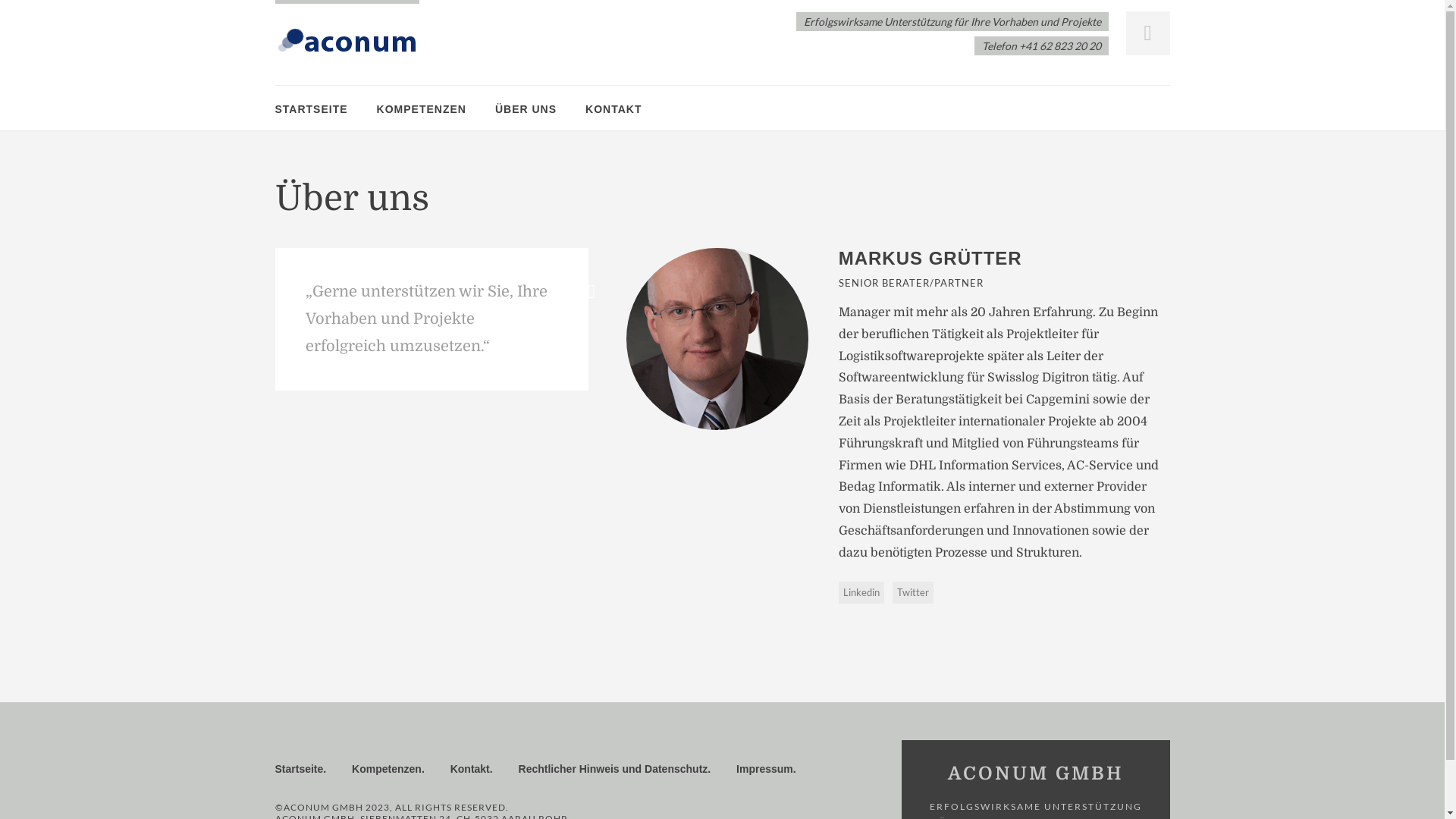 This screenshot has width=1456, height=819. Describe the element at coordinates (837, 591) in the screenshot. I see `'Linkedin'` at that location.